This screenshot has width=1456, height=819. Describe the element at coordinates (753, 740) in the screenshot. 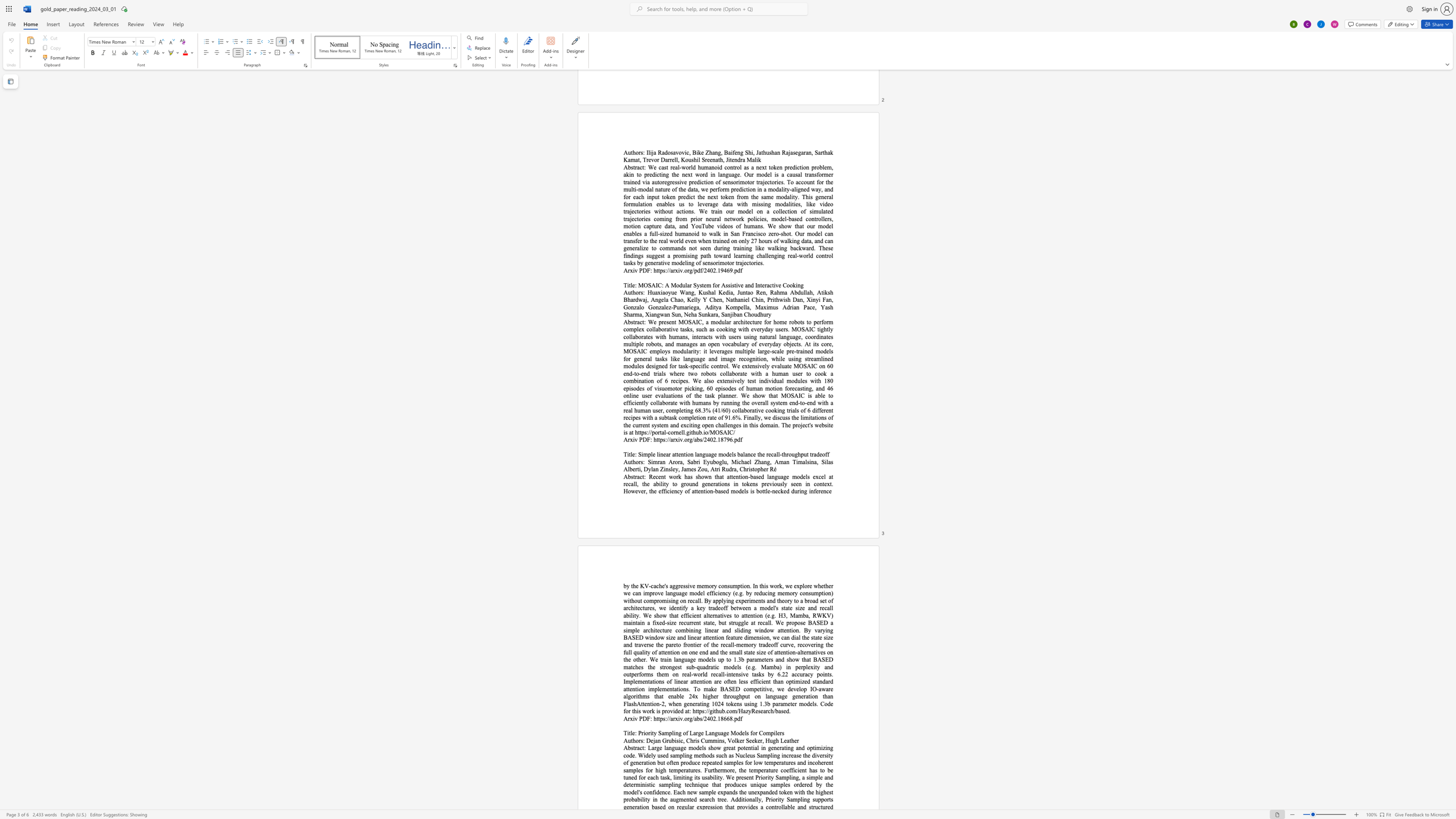

I see `the 4th character "e" in the text` at that location.